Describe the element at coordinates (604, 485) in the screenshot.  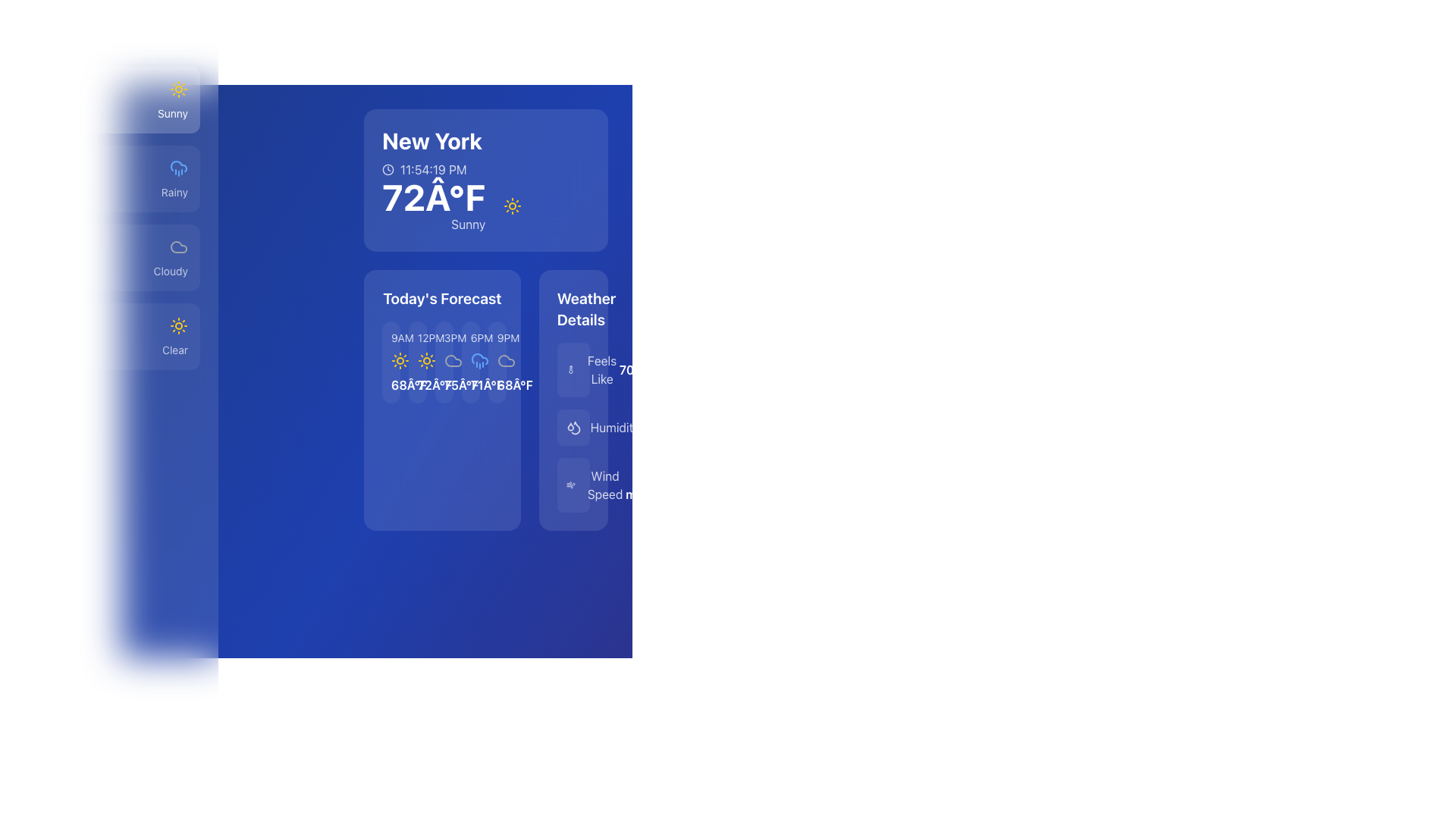
I see `'Wind Speed' text label element located at the bottom of the 'Weather Details' section, which is the last element among its siblings` at that location.